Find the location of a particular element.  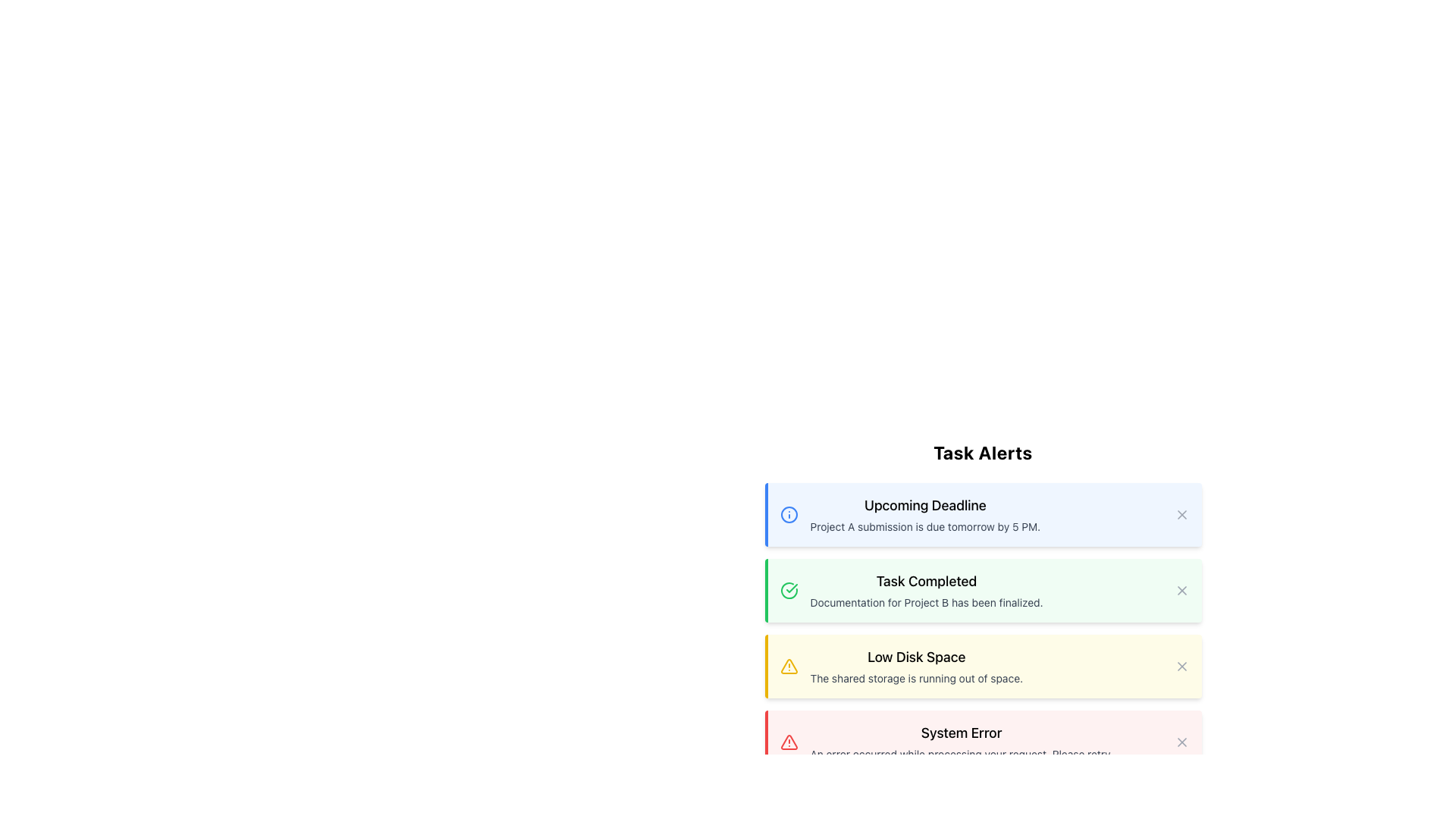

the static text element that displays an error message, located below the title 'System Error' in a red-highlighted section is located at coordinates (960, 755).